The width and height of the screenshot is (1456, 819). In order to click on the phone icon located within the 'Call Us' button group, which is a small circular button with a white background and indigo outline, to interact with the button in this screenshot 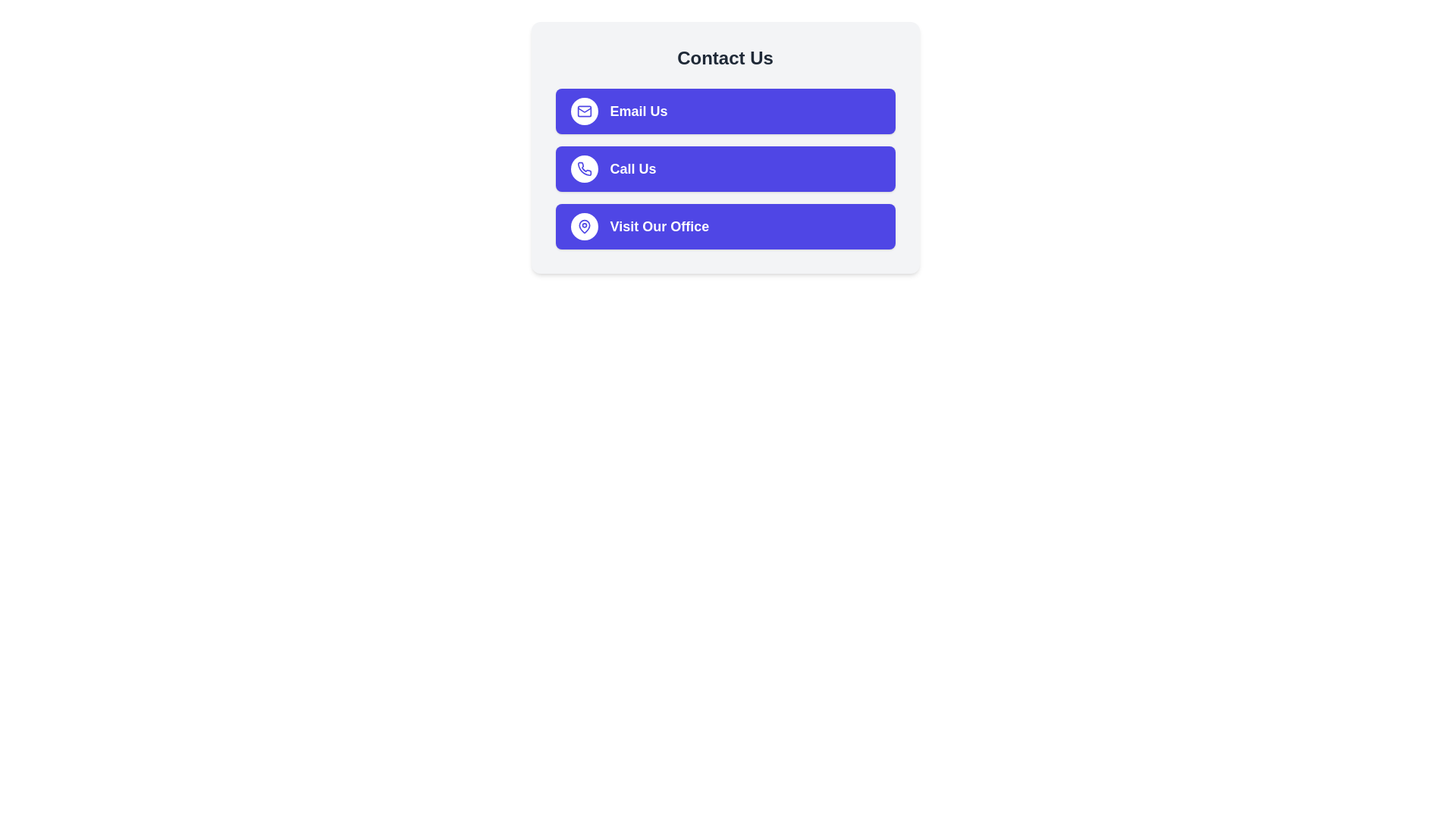, I will do `click(583, 169)`.